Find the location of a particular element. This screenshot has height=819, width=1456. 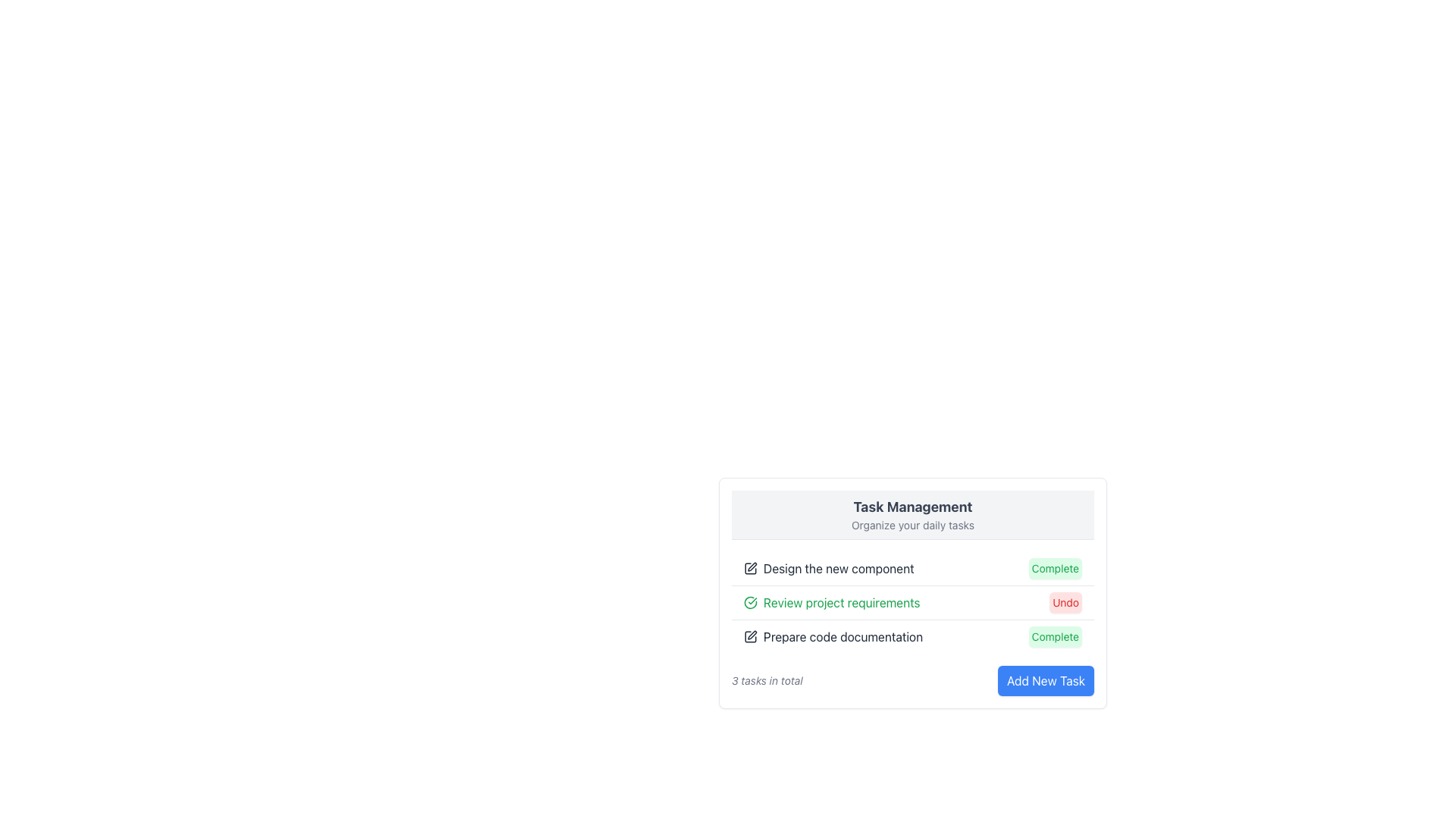

the green-colored static text label reading 'Review project requirements' located in the second row of the task list in the 'Task Management' box is located at coordinates (841, 601).